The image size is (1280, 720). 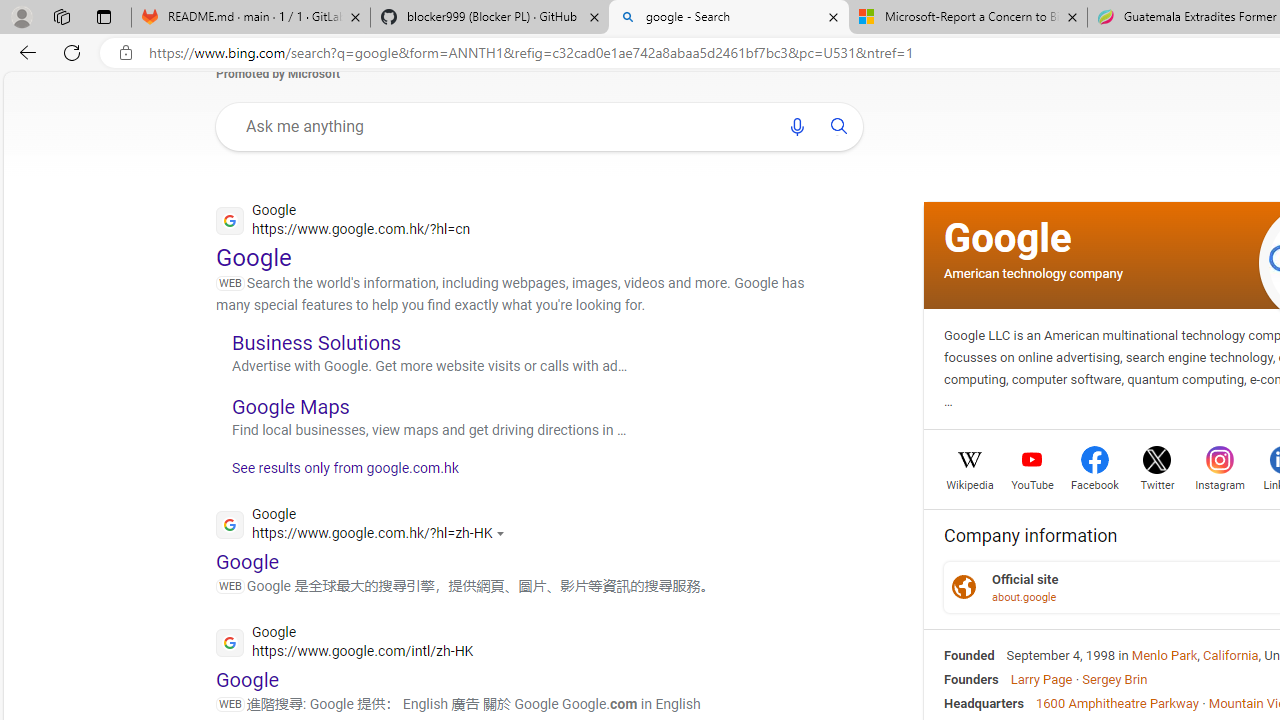 I want to click on 'Menlo Park', so click(x=1164, y=655).